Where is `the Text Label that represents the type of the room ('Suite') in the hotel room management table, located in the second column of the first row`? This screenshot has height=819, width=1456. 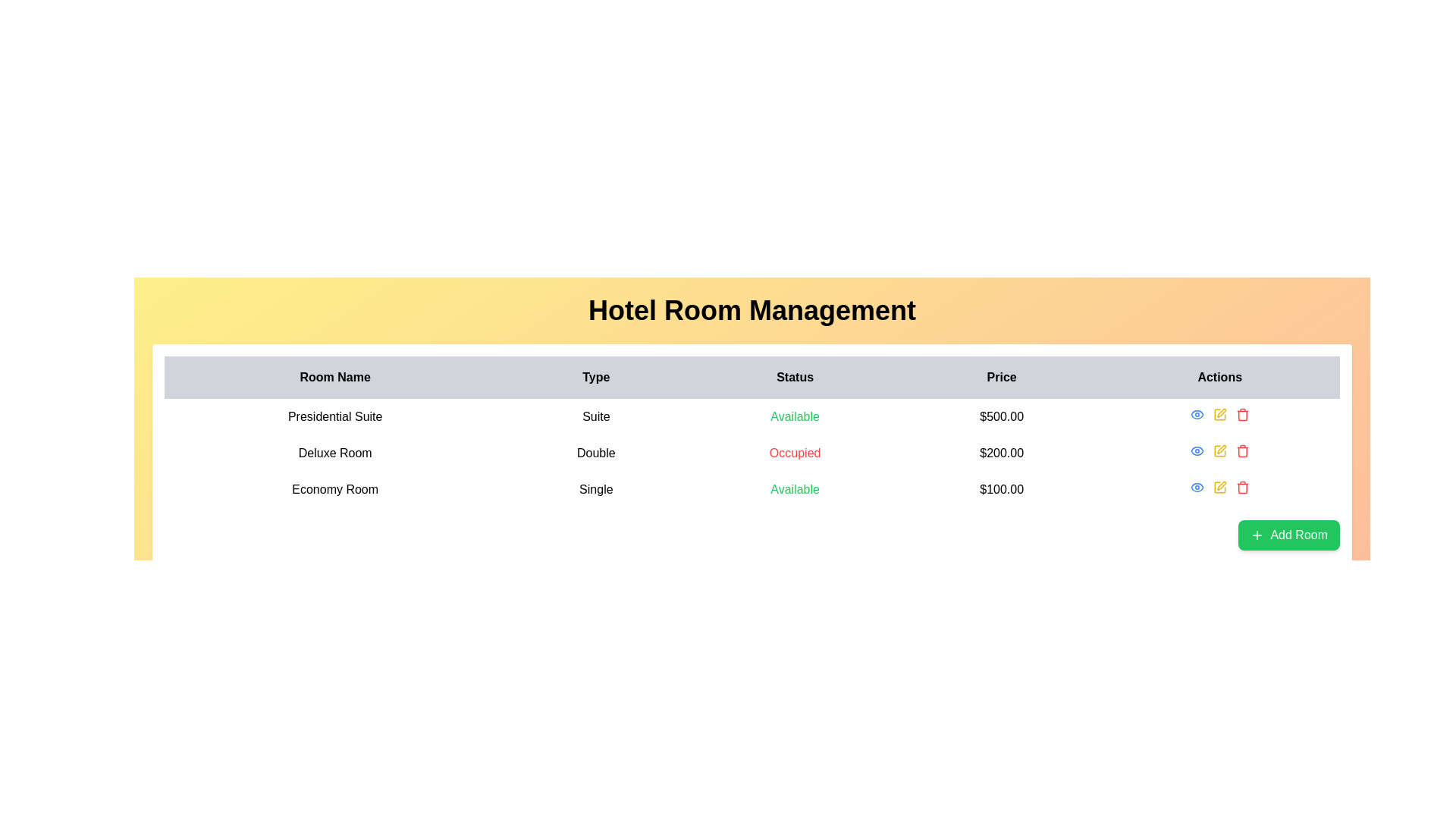 the Text Label that represents the type of the room ('Suite') in the hotel room management table, located in the second column of the first row is located at coordinates (595, 417).